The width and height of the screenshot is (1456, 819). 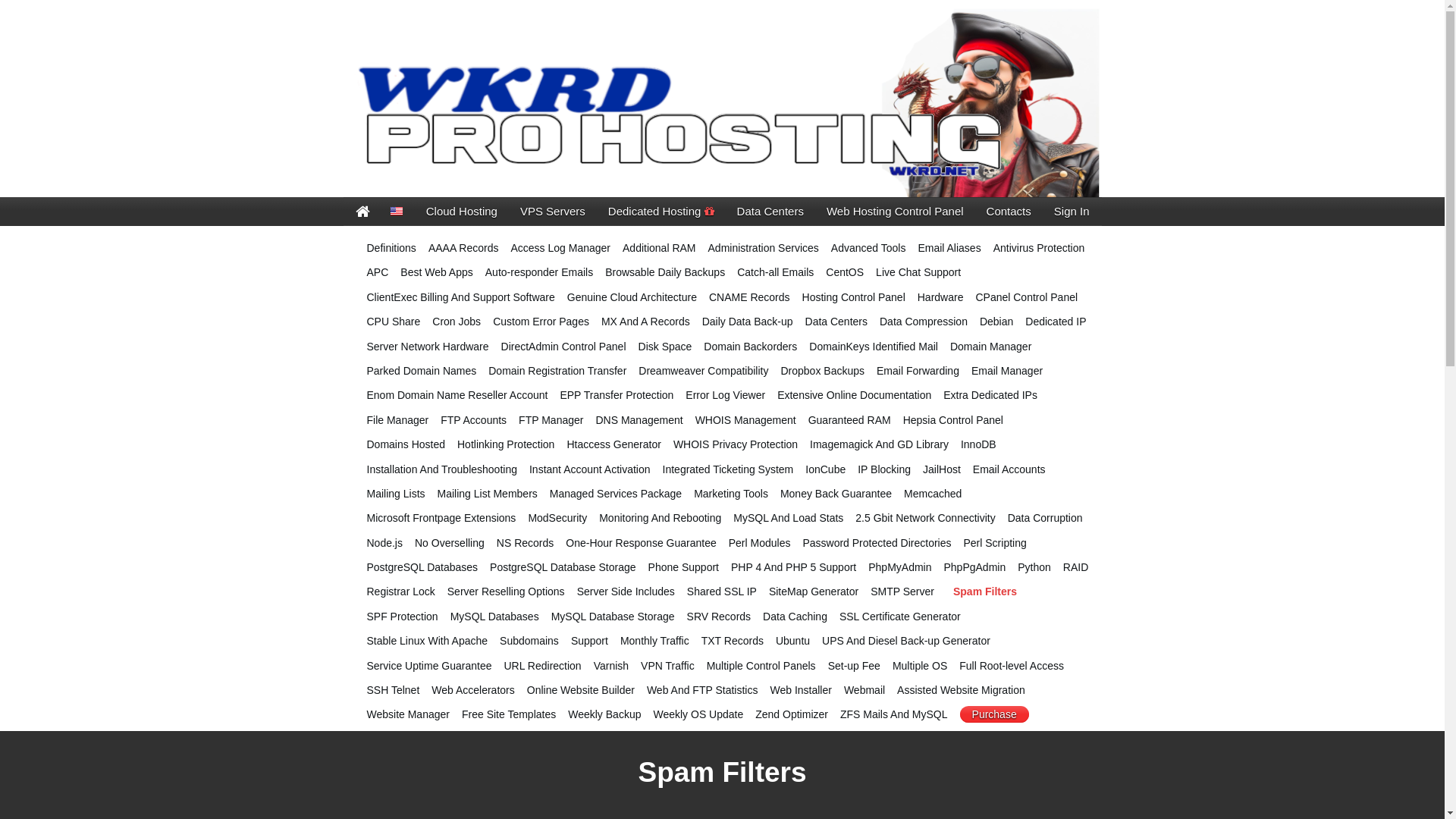 I want to click on 'IonCube', so click(x=824, y=468).